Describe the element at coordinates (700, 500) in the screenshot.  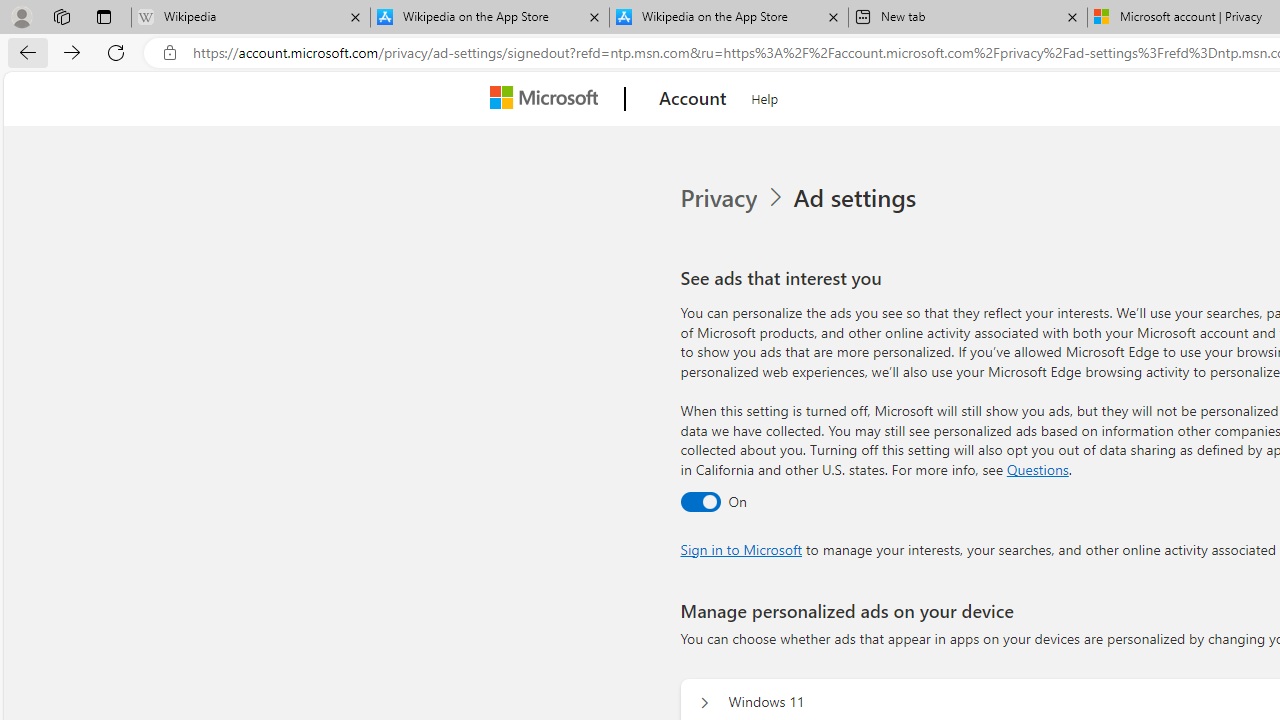
I see `'Ad settings toggle'` at that location.